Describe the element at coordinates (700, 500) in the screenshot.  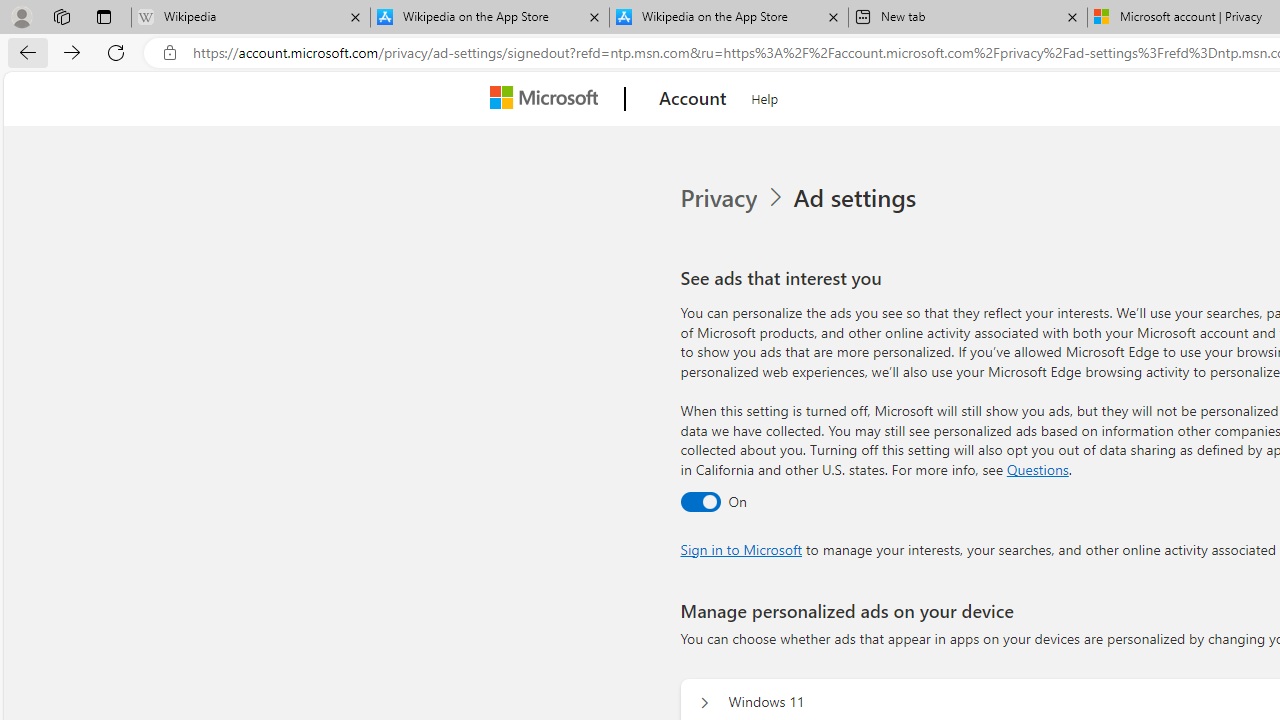
I see `'Ad settings toggle'` at that location.